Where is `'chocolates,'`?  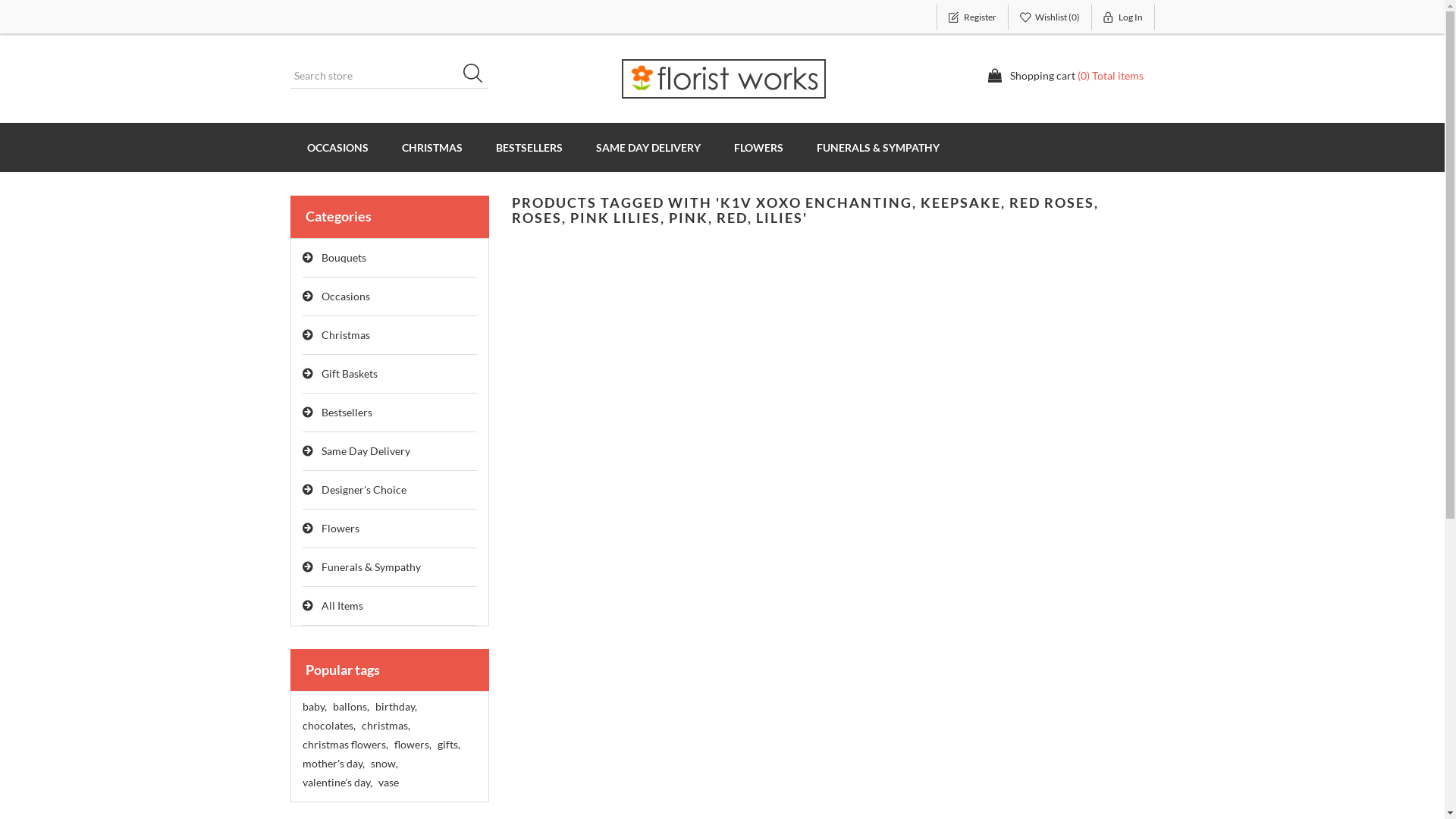
'chocolates,' is located at coordinates (327, 724).